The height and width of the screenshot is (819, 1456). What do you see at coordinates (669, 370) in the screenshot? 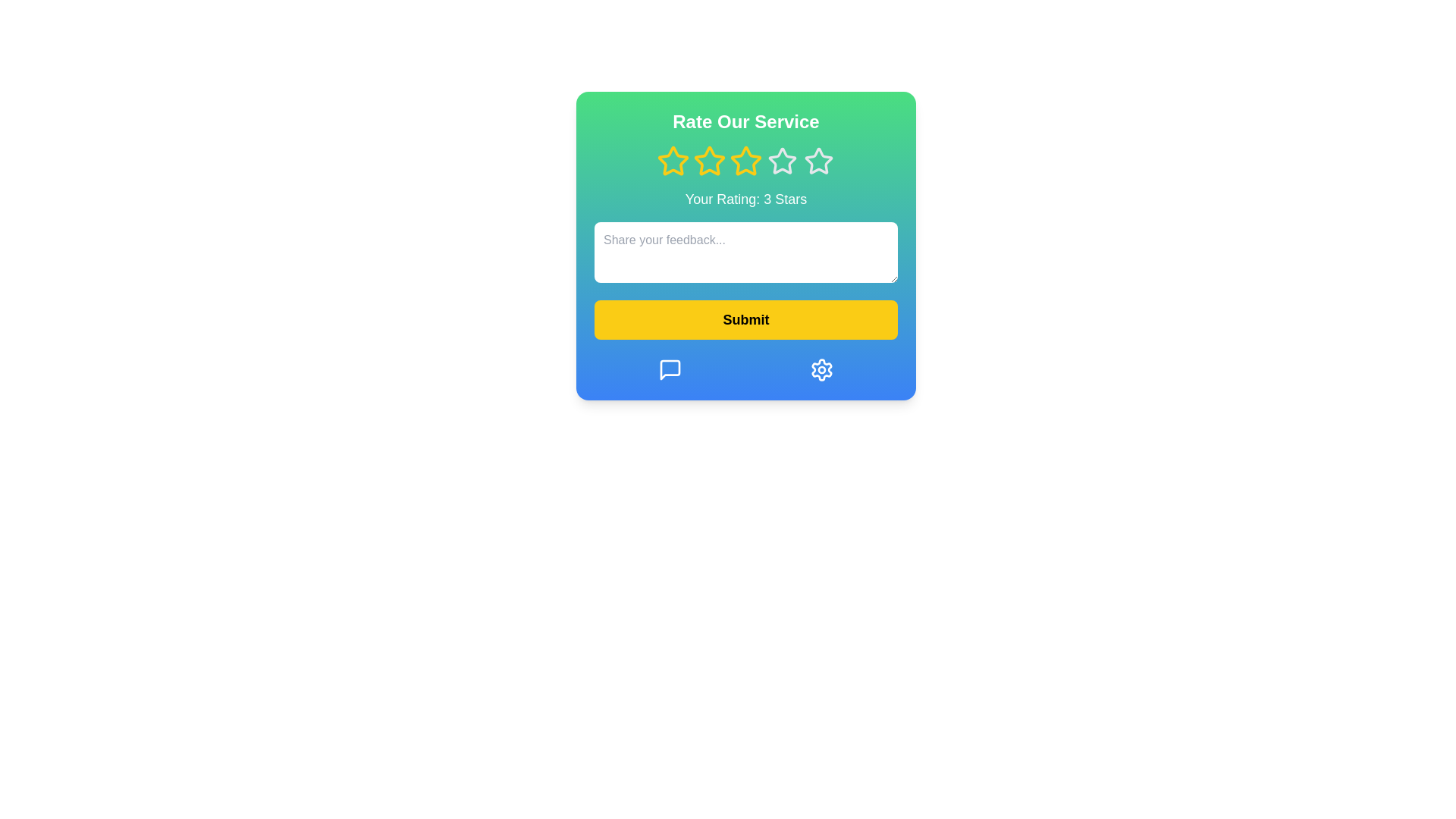
I see `the outlined speech bubble icon button located in the bottom-left corner of the card interface` at bounding box center [669, 370].